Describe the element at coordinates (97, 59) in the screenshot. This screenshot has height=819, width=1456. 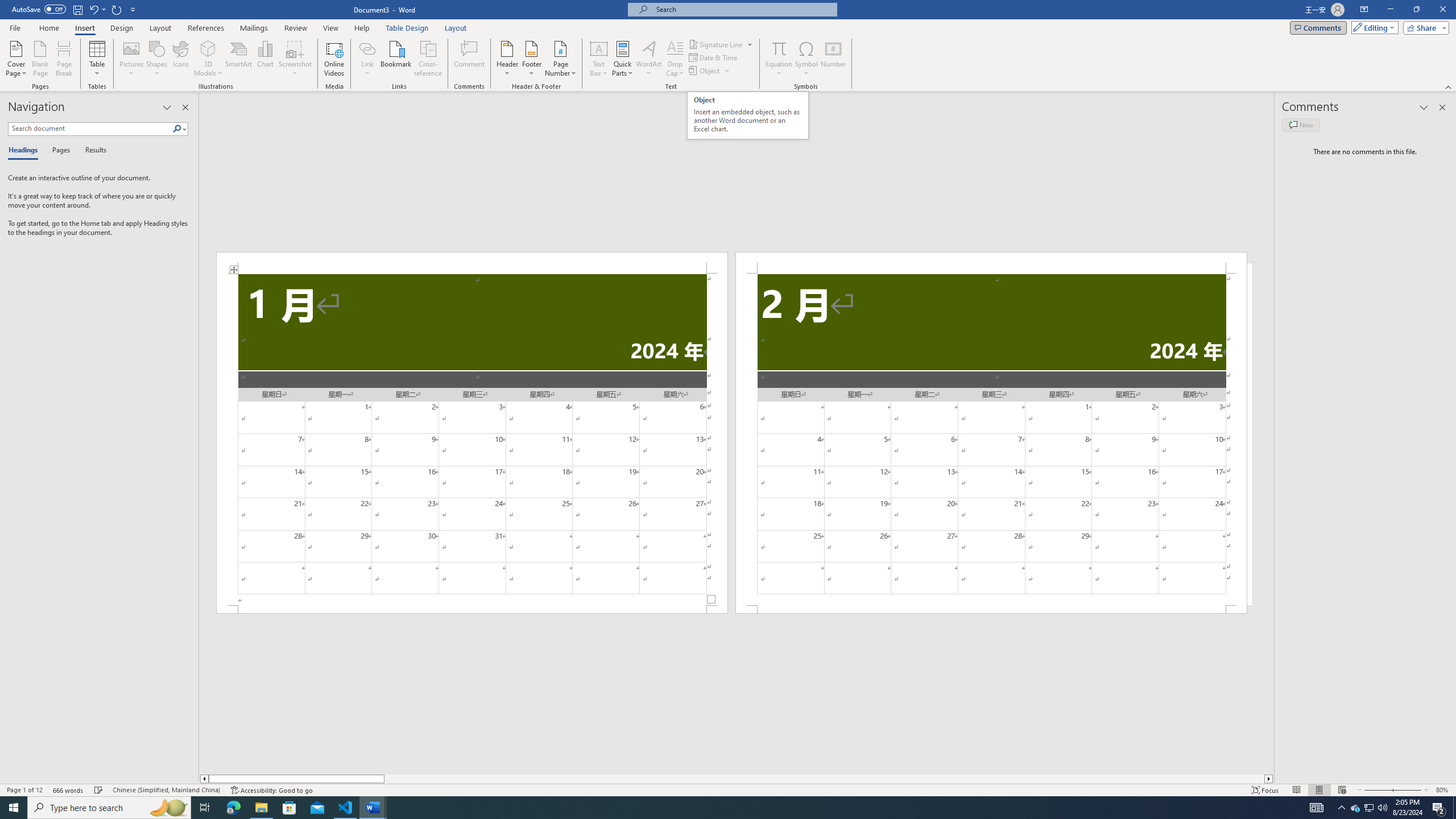
I see `'Table'` at that location.